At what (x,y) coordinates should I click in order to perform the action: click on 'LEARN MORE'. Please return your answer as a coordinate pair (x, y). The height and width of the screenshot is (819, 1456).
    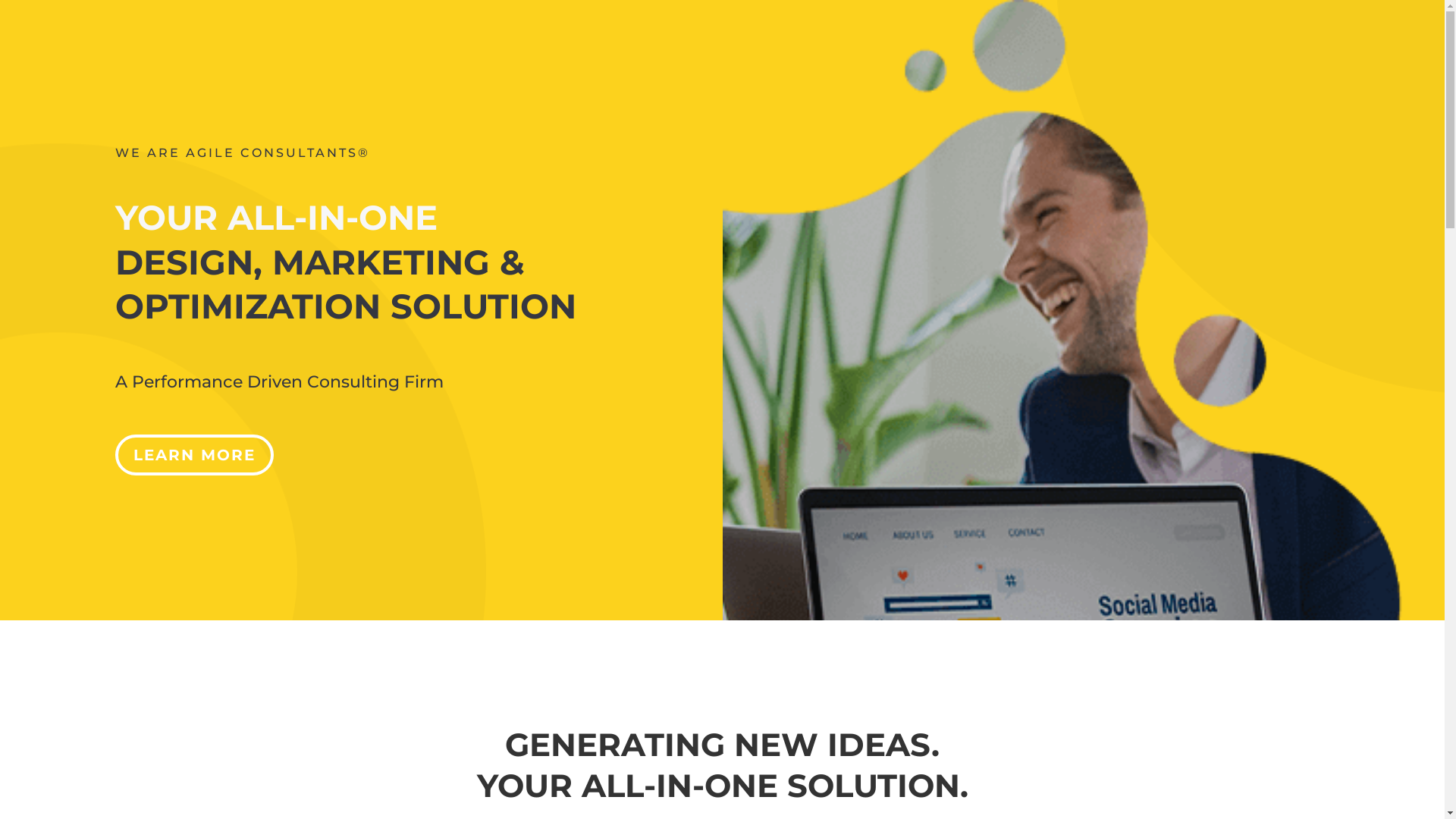
    Looking at the image, I should click on (193, 454).